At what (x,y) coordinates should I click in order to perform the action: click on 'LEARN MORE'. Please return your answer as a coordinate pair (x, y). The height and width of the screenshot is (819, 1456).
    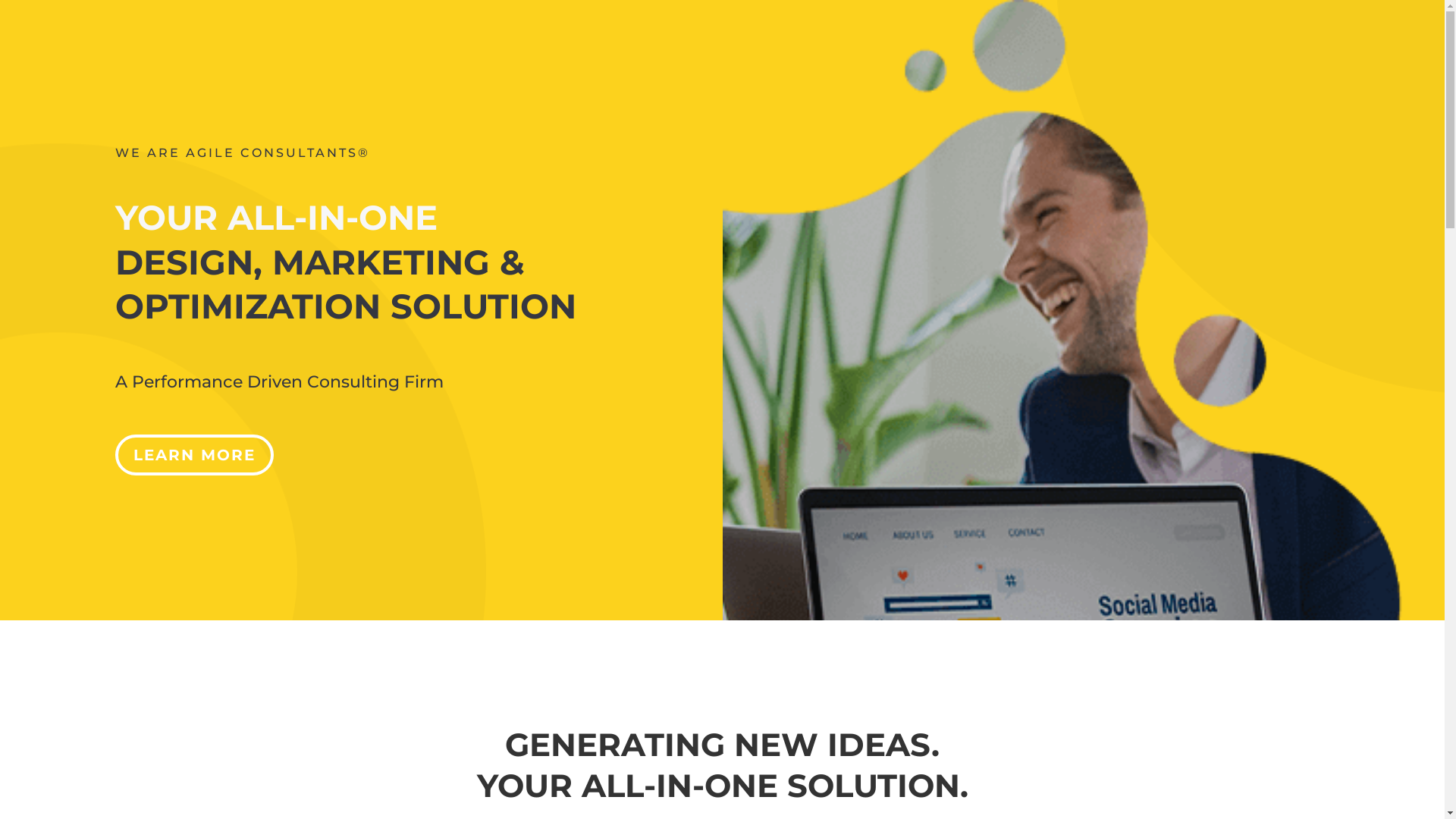
    Looking at the image, I should click on (193, 454).